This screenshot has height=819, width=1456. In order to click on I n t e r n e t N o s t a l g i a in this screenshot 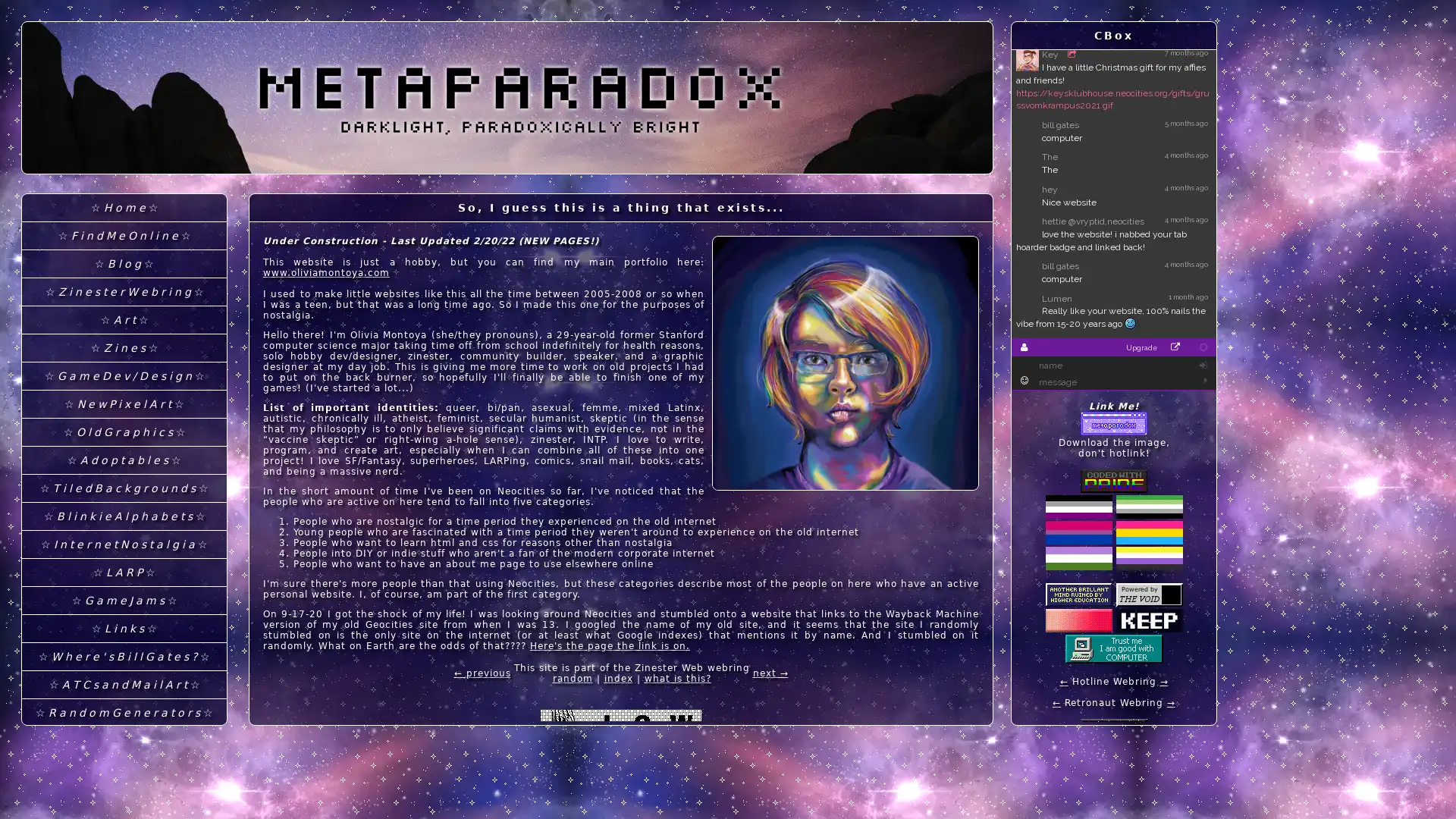, I will do `click(124, 544)`.